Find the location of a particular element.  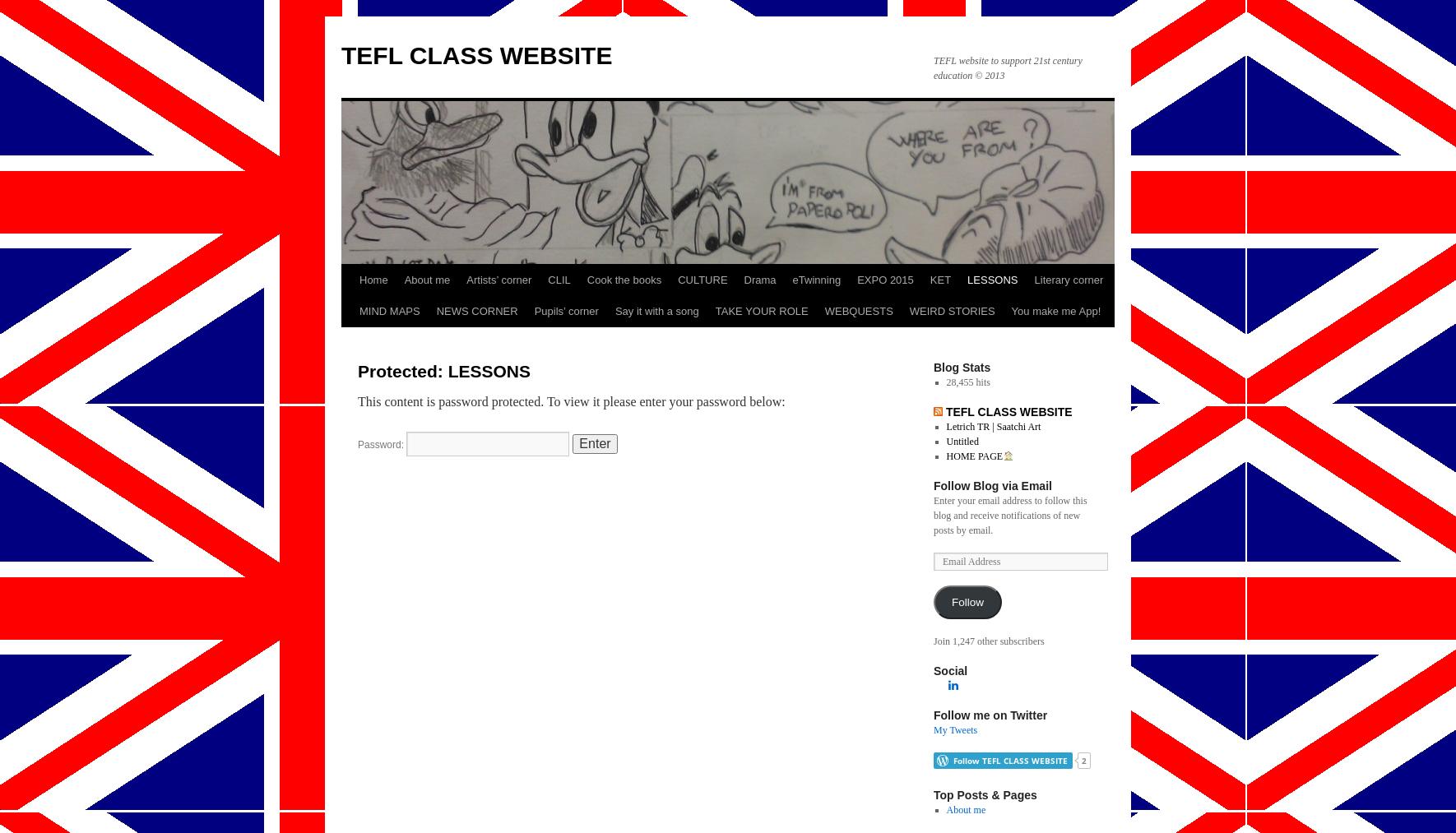

'Letrich TR | Saatchi Art' is located at coordinates (992, 426).